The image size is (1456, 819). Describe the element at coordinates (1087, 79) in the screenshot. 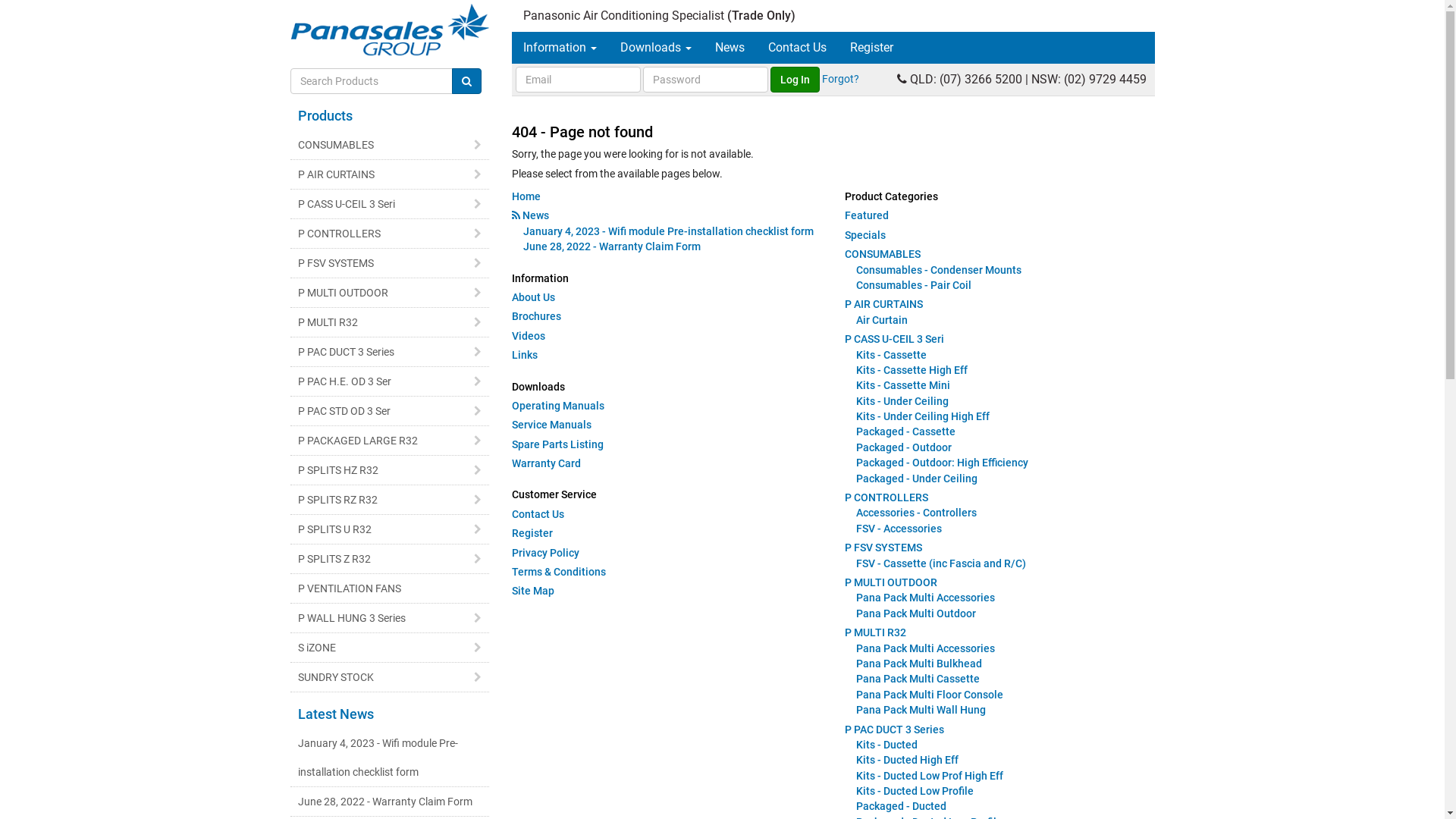

I see `'NSW: (02) 9729 4459'` at that location.